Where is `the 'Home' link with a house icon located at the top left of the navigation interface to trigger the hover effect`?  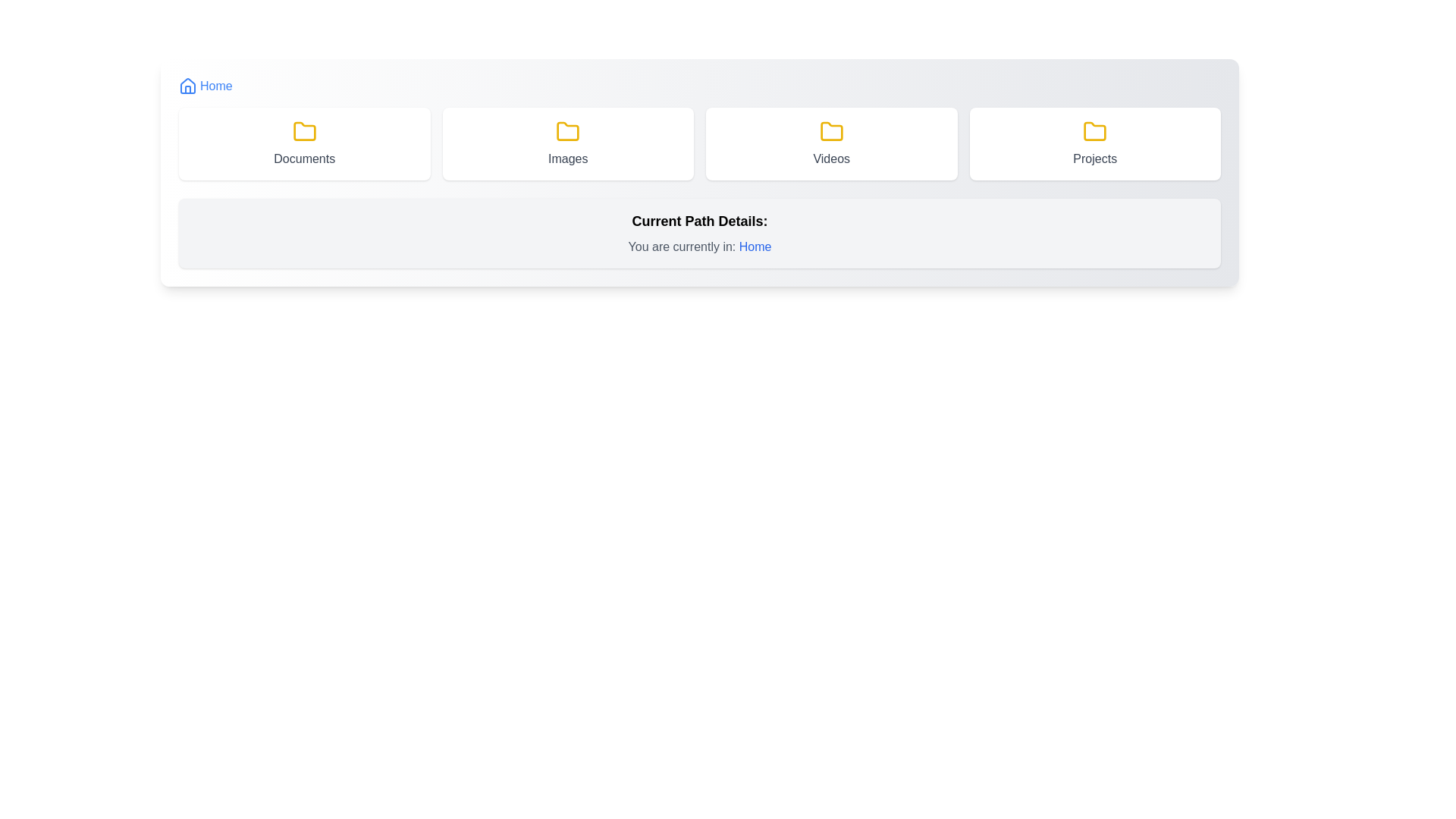
the 'Home' link with a house icon located at the top left of the navigation interface to trigger the hover effect is located at coordinates (205, 86).